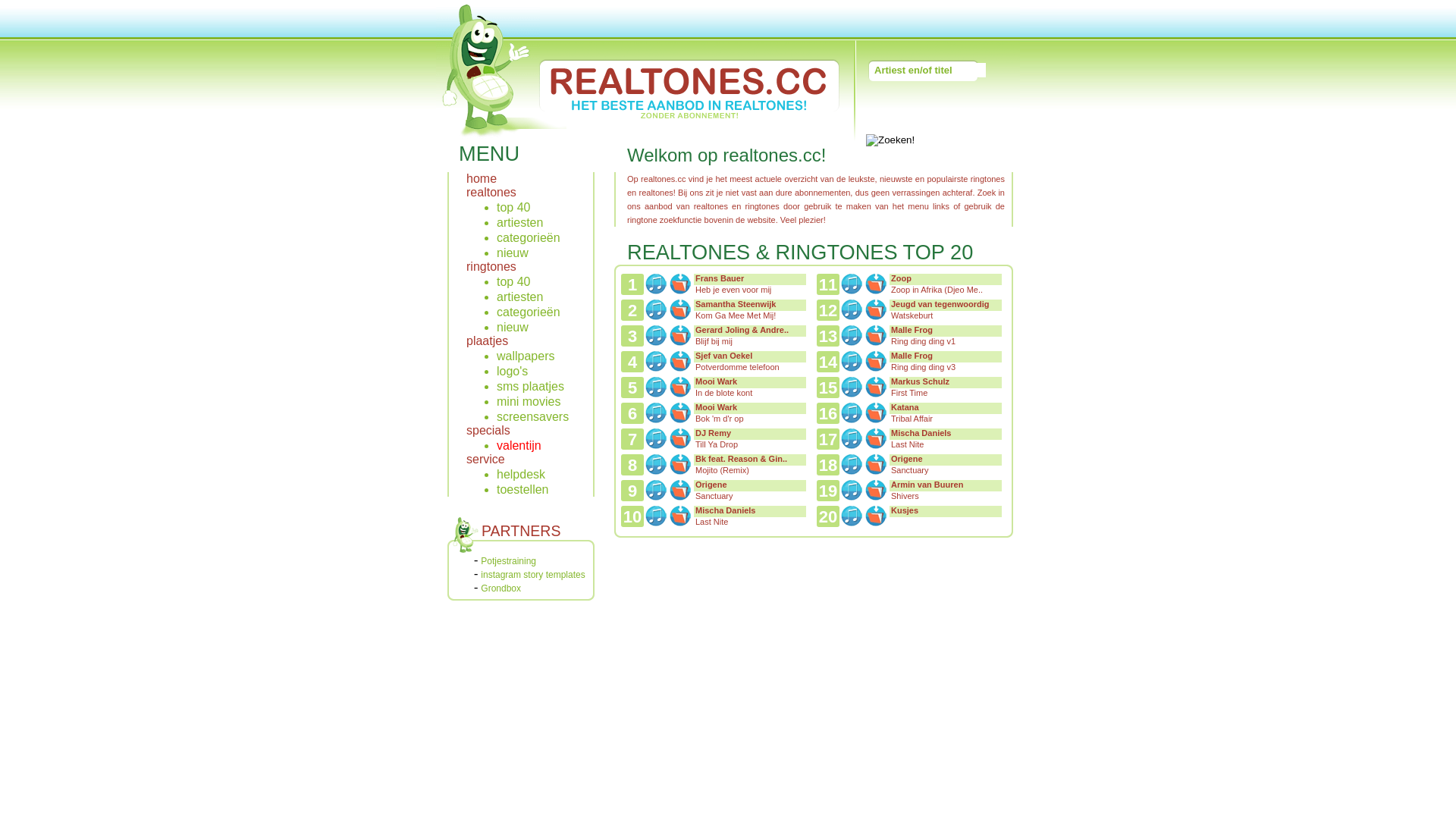 The height and width of the screenshot is (819, 1456). I want to click on 'Markus Schulz', so click(919, 380).